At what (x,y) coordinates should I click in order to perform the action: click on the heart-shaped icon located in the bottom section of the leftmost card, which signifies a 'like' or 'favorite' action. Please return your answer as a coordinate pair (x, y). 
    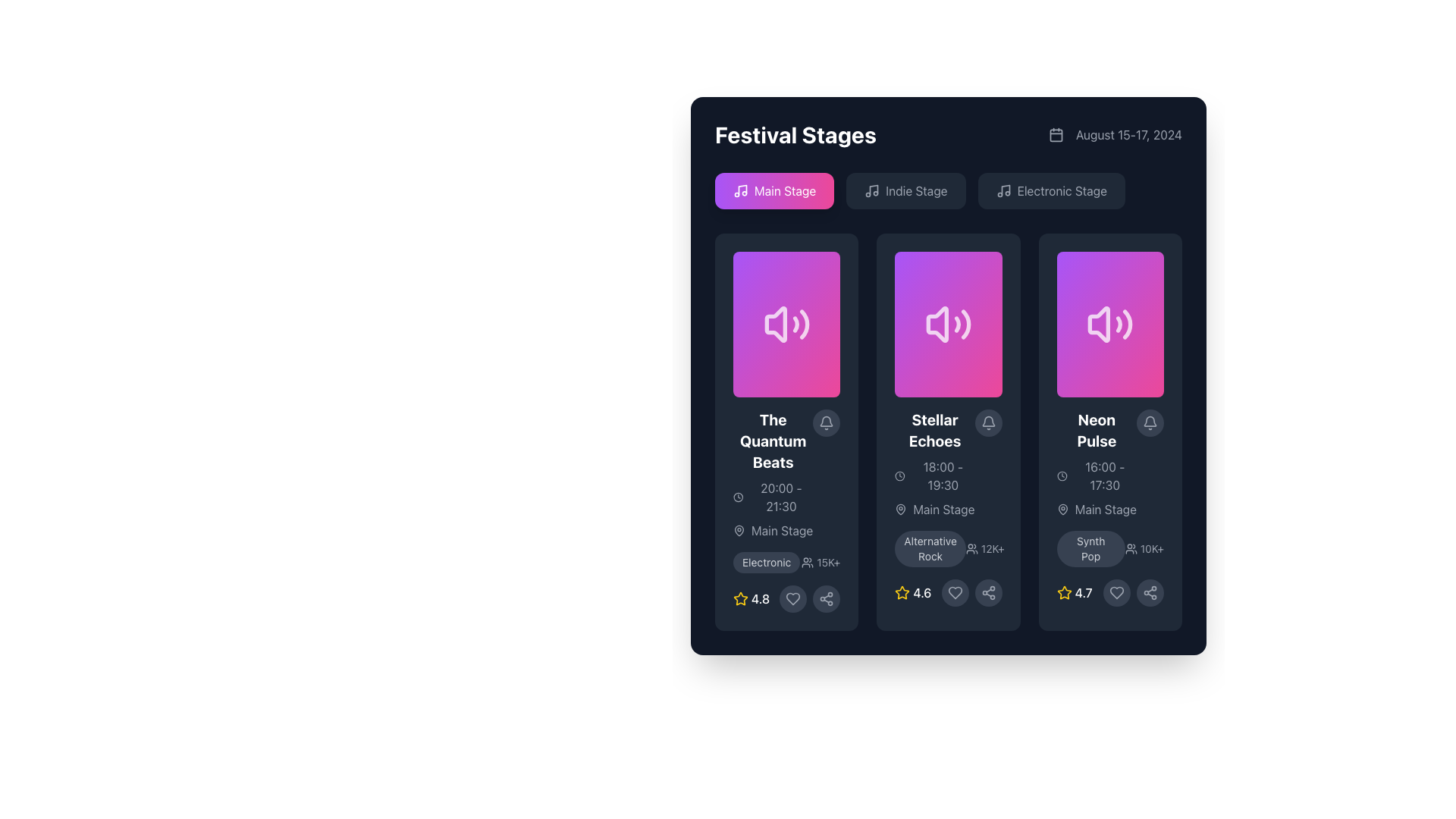
    Looking at the image, I should click on (792, 598).